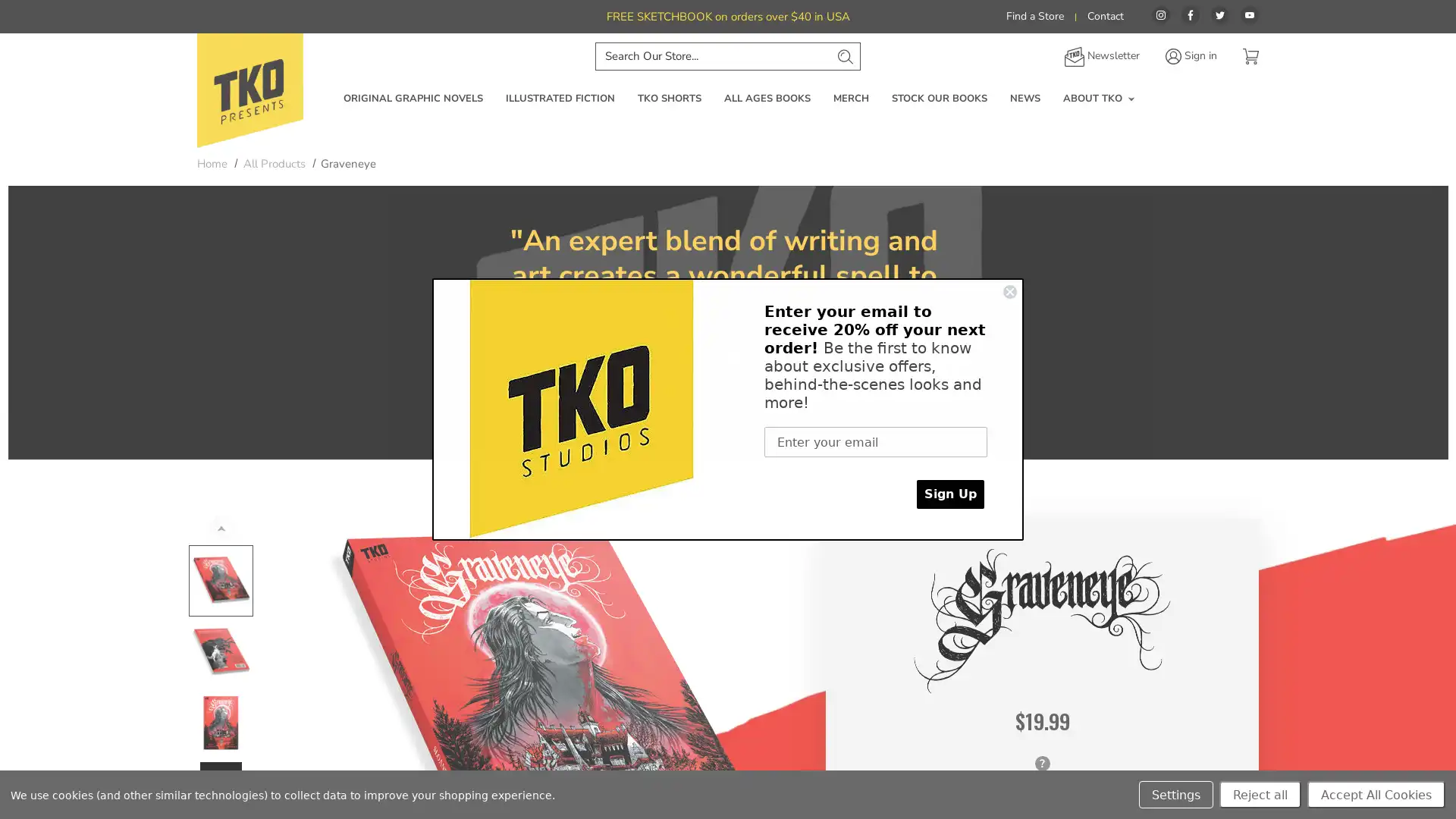 The image size is (1456, 819). Describe the element at coordinates (843, 55) in the screenshot. I see `SEARCH OUR STORE...` at that location.